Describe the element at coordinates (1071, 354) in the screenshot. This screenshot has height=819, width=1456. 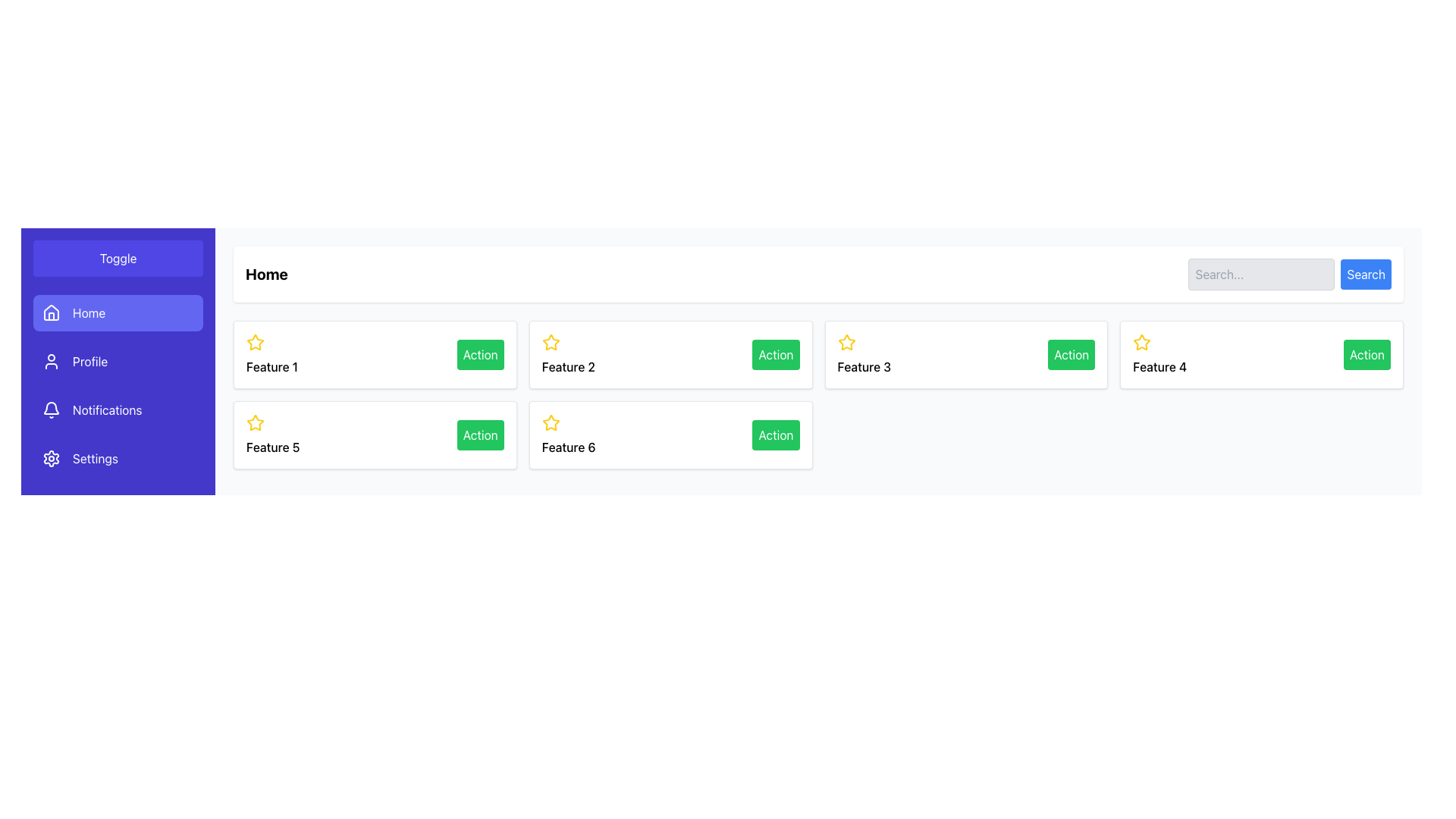
I see `the button located in the top-right corner of the card labeled 'Feature 3', which triggers an action related to that feature` at that location.